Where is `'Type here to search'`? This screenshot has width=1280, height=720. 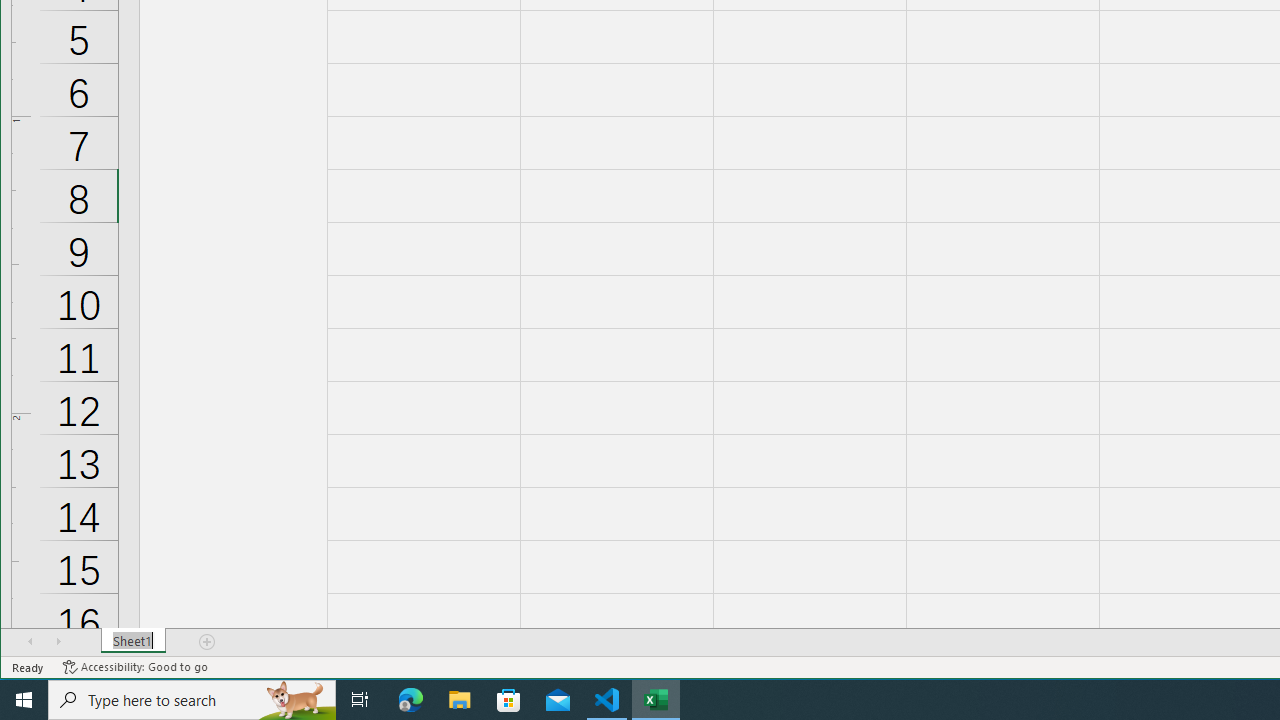 'Type here to search' is located at coordinates (192, 698).